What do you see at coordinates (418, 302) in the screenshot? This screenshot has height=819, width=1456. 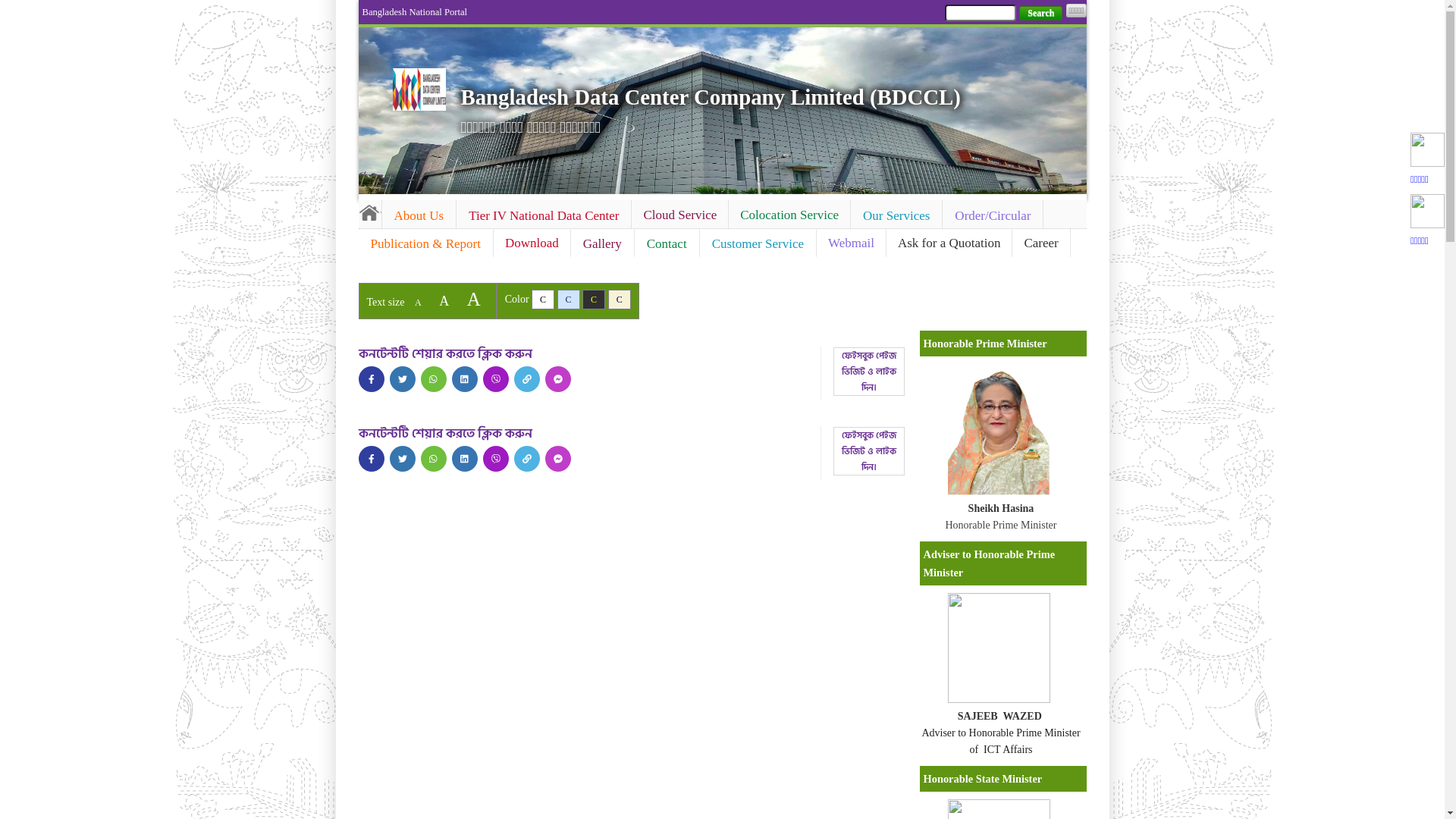 I see `'A'` at bounding box center [418, 302].